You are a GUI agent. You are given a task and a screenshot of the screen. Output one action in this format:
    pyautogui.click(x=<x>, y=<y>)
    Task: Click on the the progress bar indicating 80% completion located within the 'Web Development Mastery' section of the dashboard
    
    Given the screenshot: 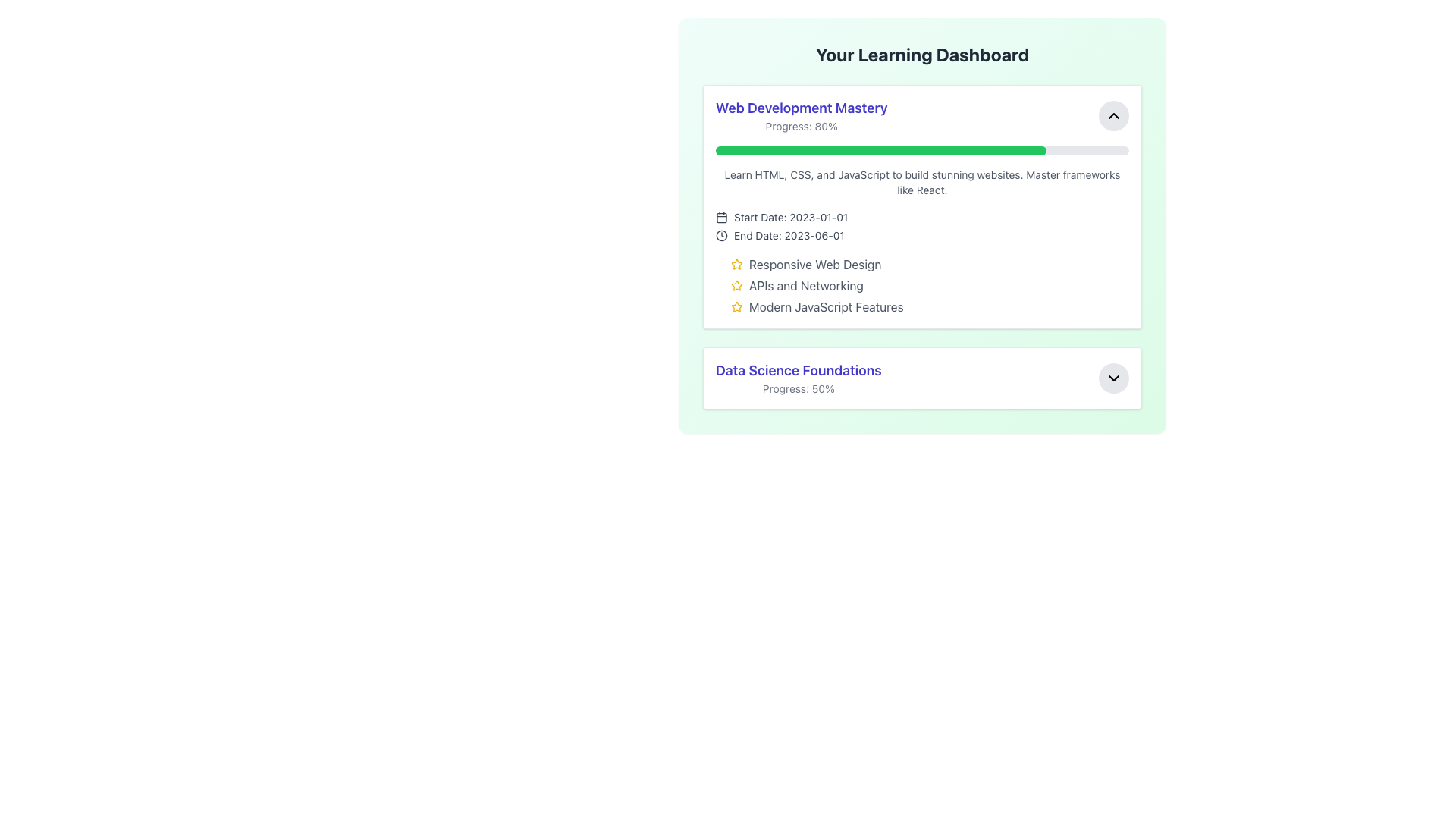 What is the action you would take?
    pyautogui.click(x=880, y=151)
    